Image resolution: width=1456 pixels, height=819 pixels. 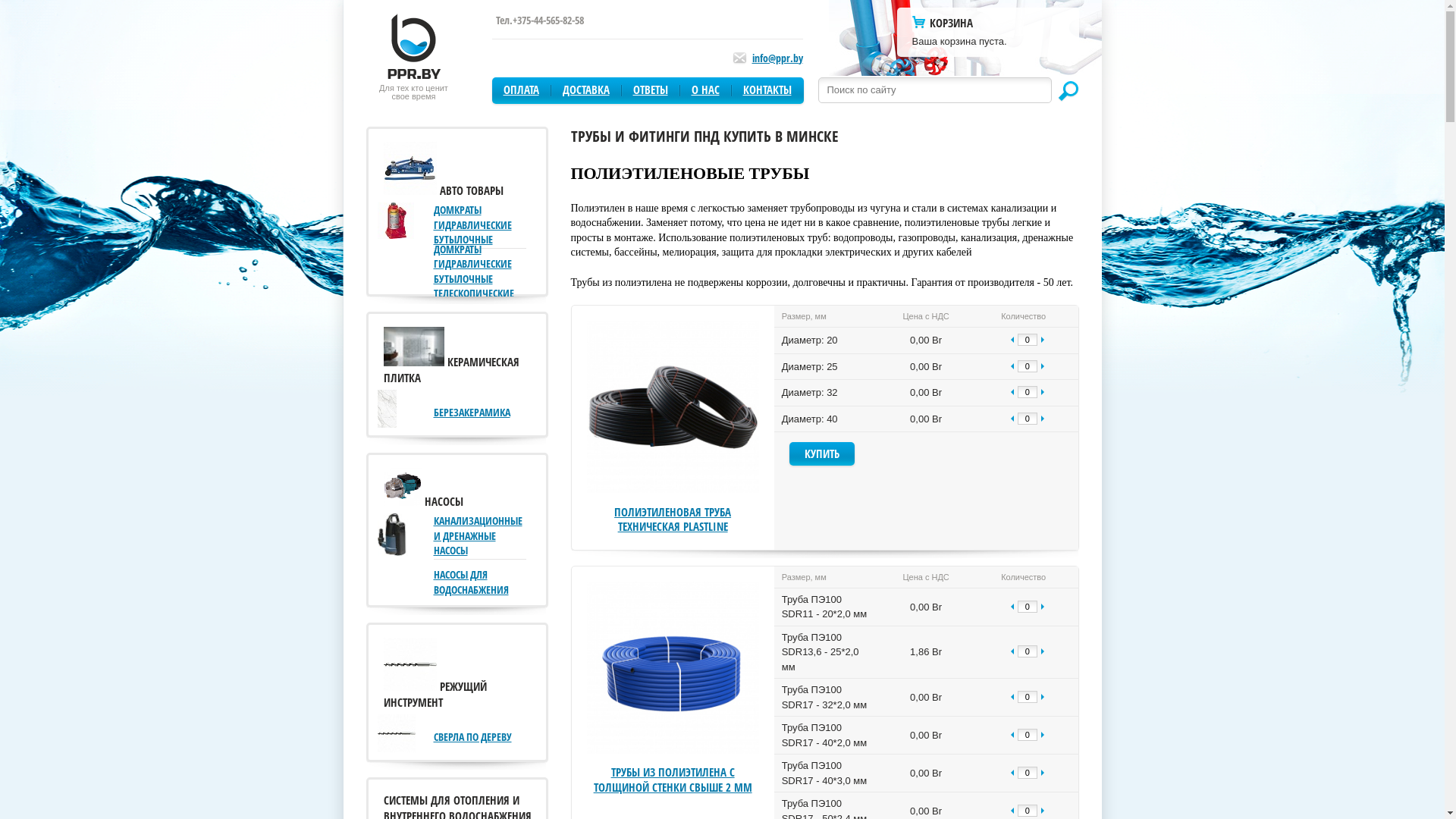 I want to click on '+', so click(x=1041, y=651).